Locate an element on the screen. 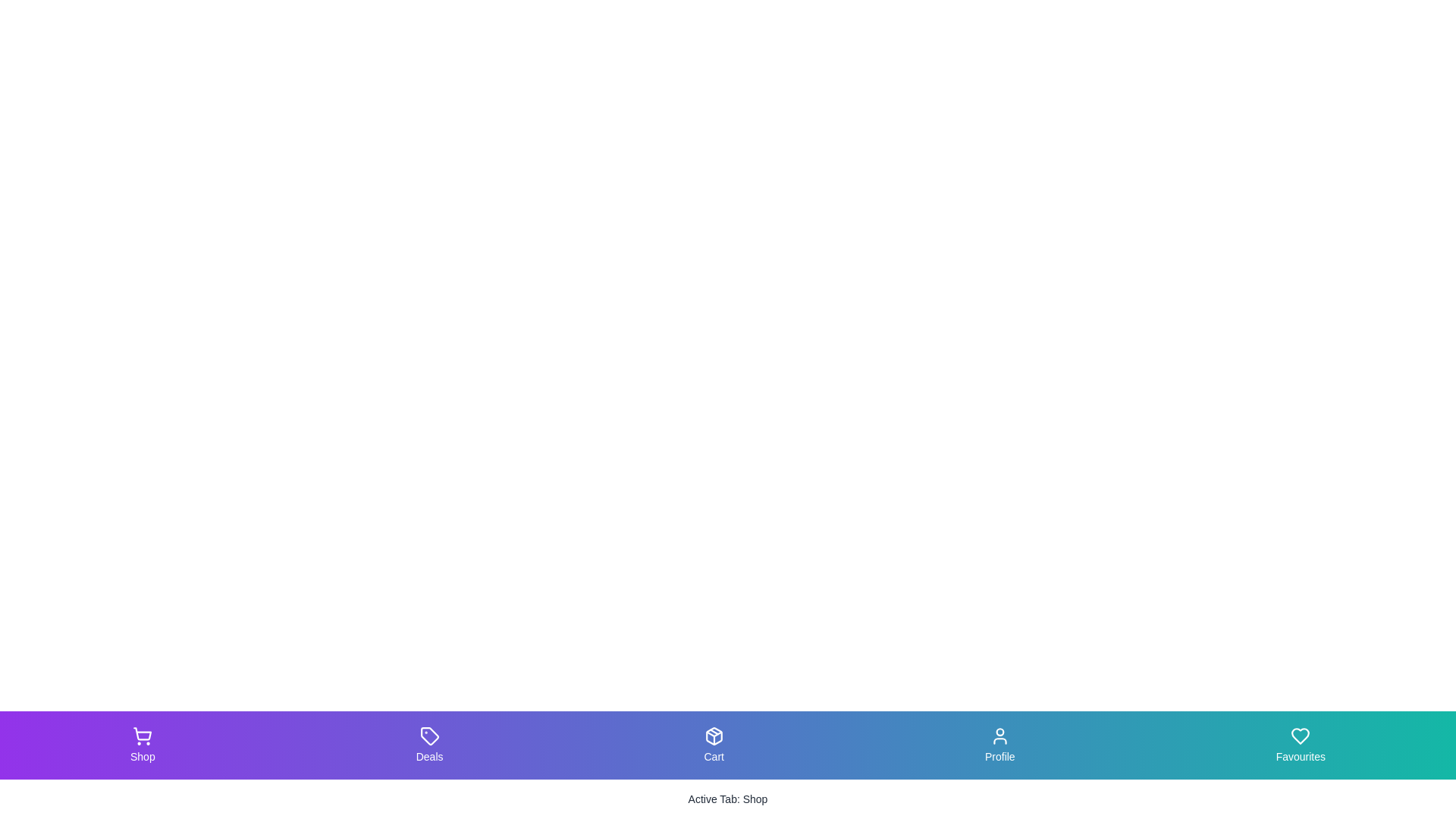 The height and width of the screenshot is (819, 1456). the Profile tab in the bottom navigation bar to navigate to its respective section is located at coordinates (999, 745).